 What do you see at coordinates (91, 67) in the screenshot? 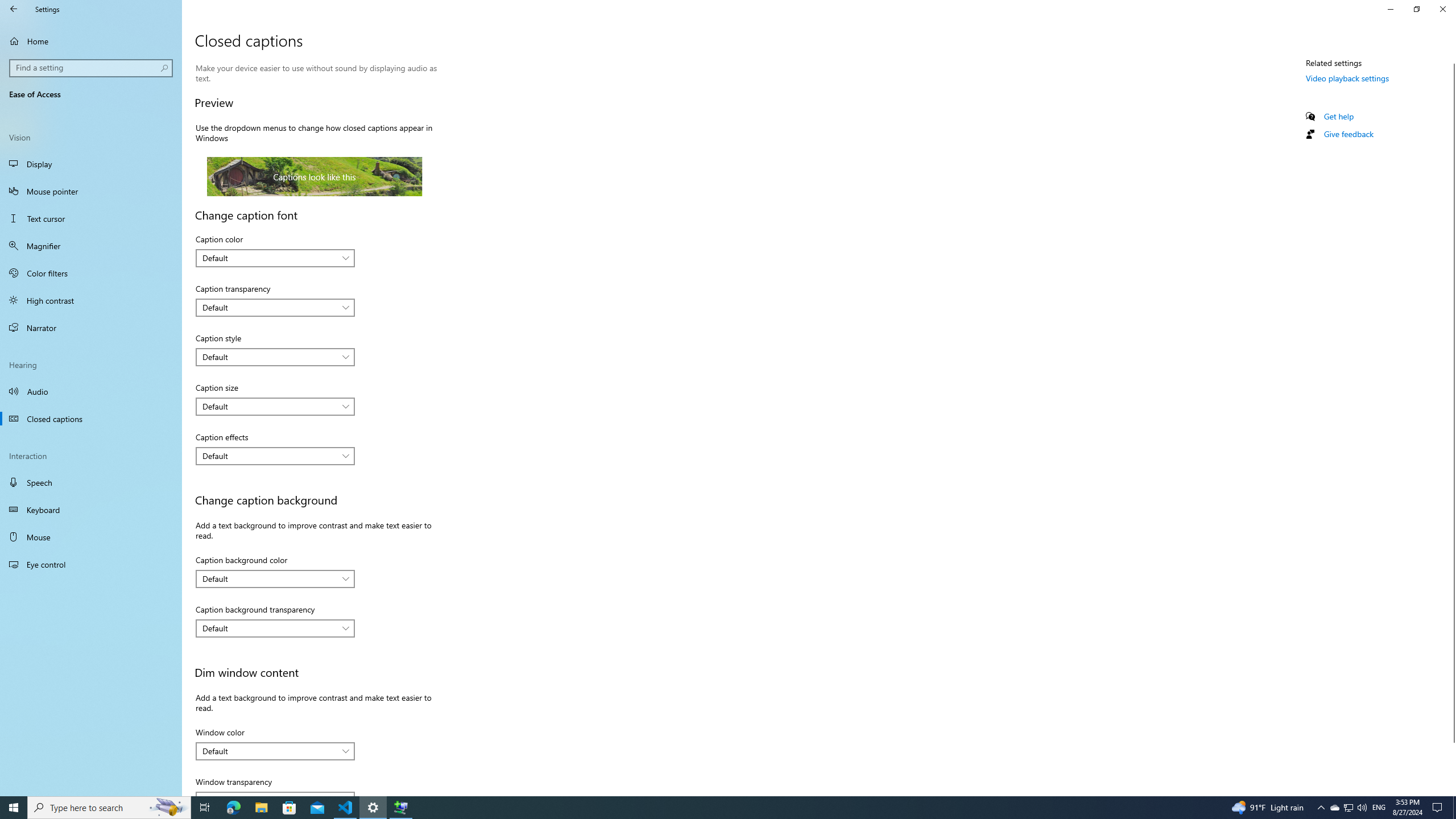
I see `'Search box, Find a setting'` at bounding box center [91, 67].